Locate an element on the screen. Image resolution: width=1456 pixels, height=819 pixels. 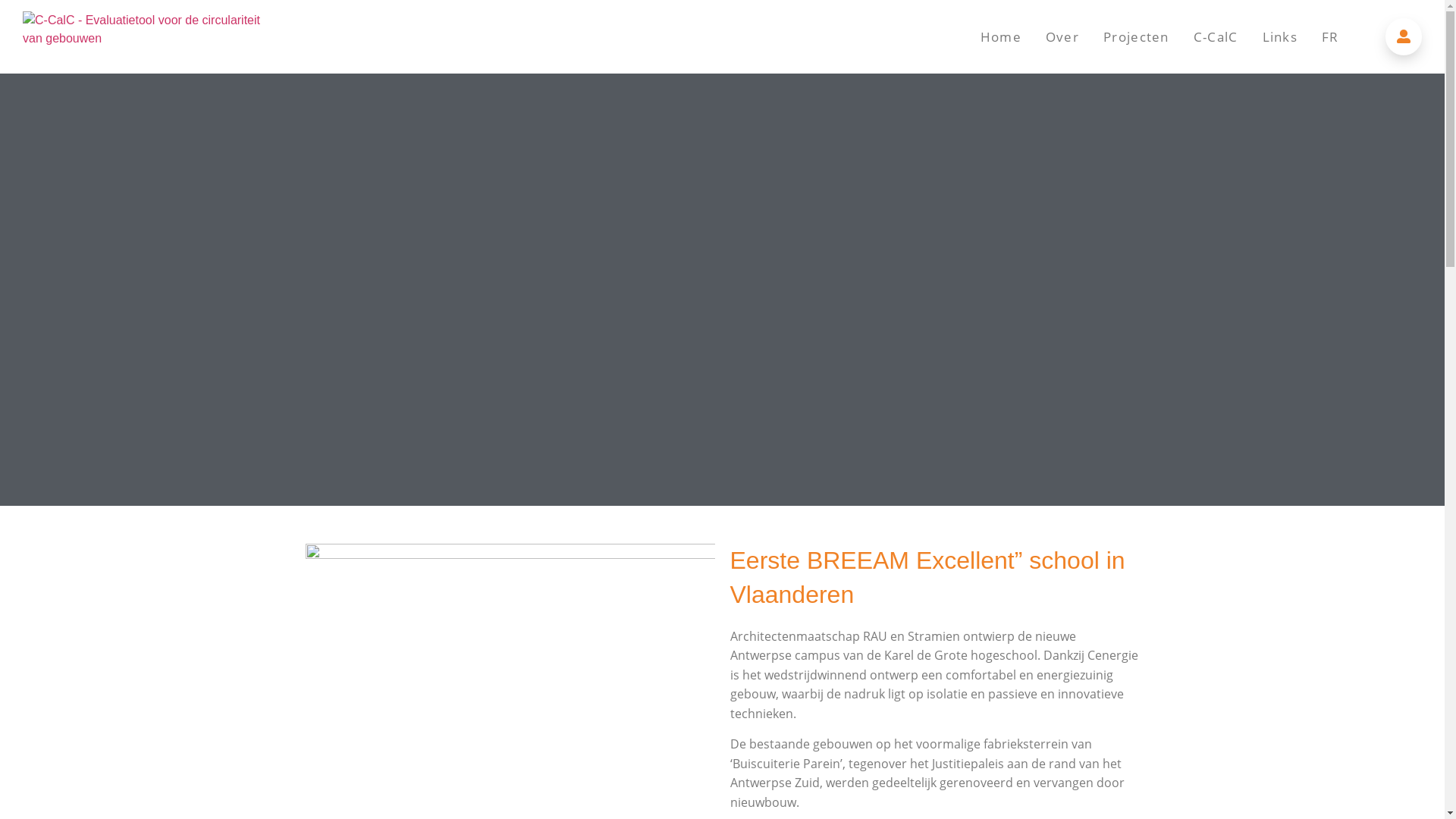
'FR' is located at coordinates (1329, 36).